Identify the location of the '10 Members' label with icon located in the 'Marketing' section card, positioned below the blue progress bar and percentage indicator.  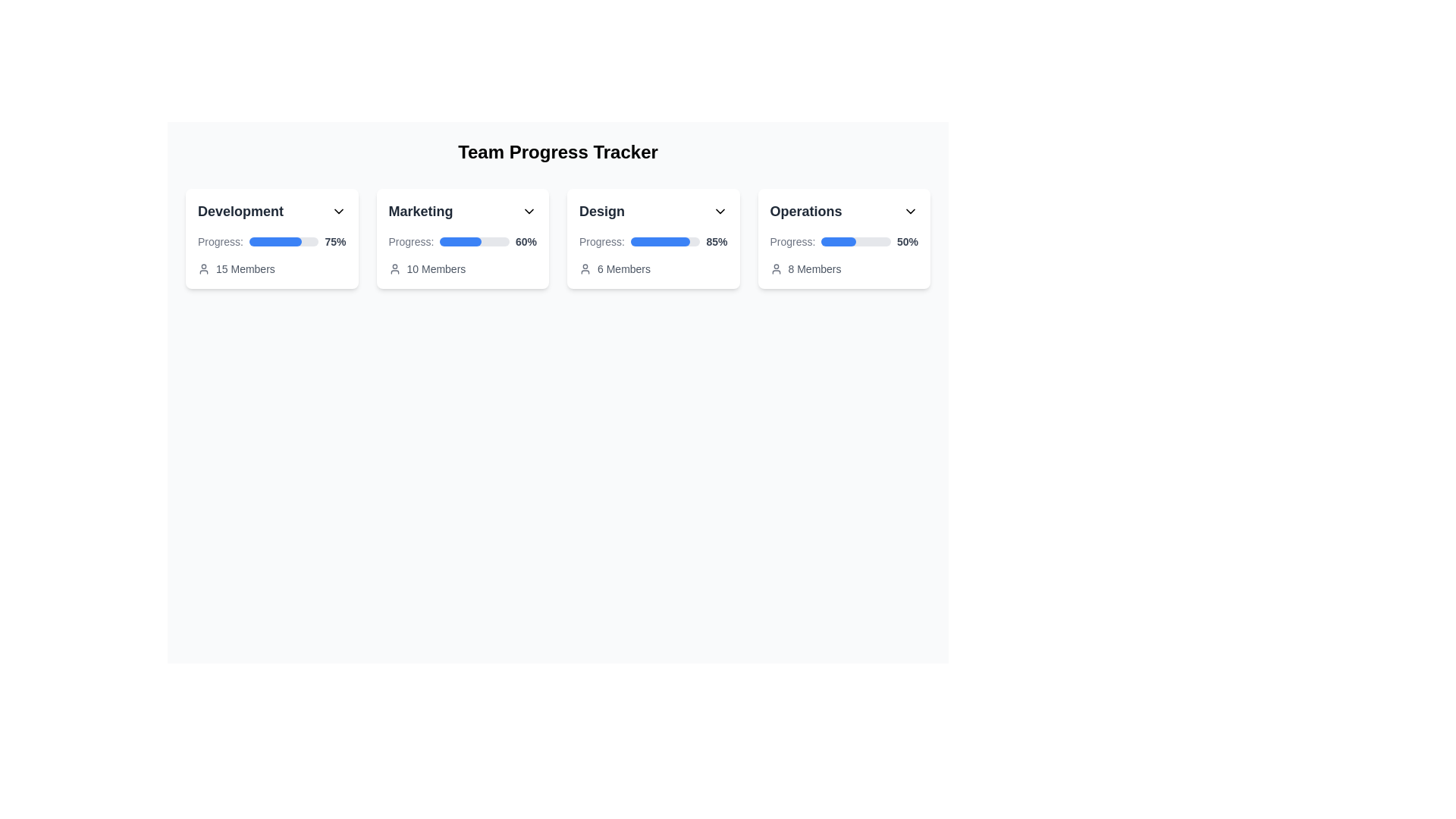
(462, 268).